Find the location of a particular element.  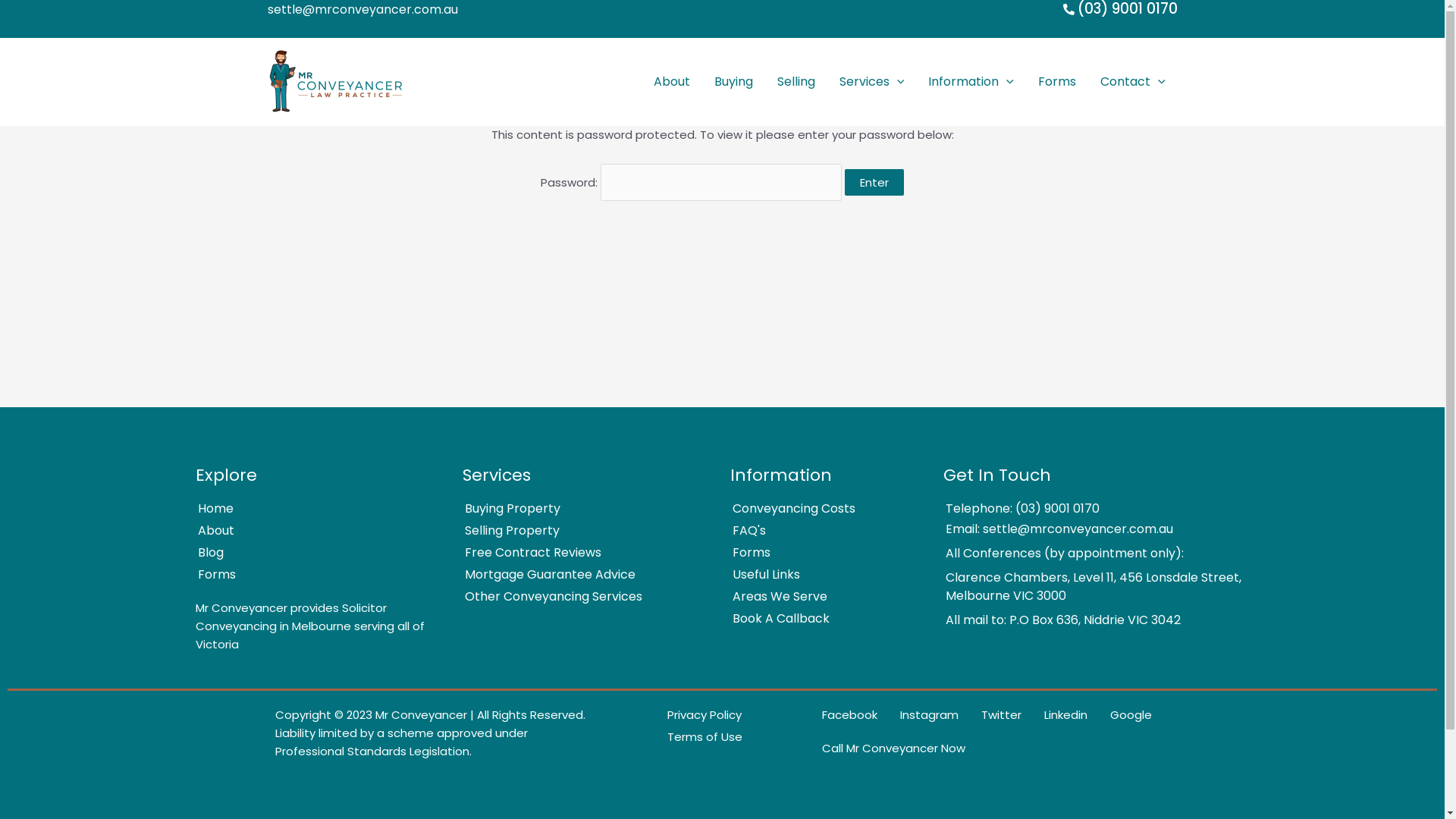

'Buying' is located at coordinates (701, 82).